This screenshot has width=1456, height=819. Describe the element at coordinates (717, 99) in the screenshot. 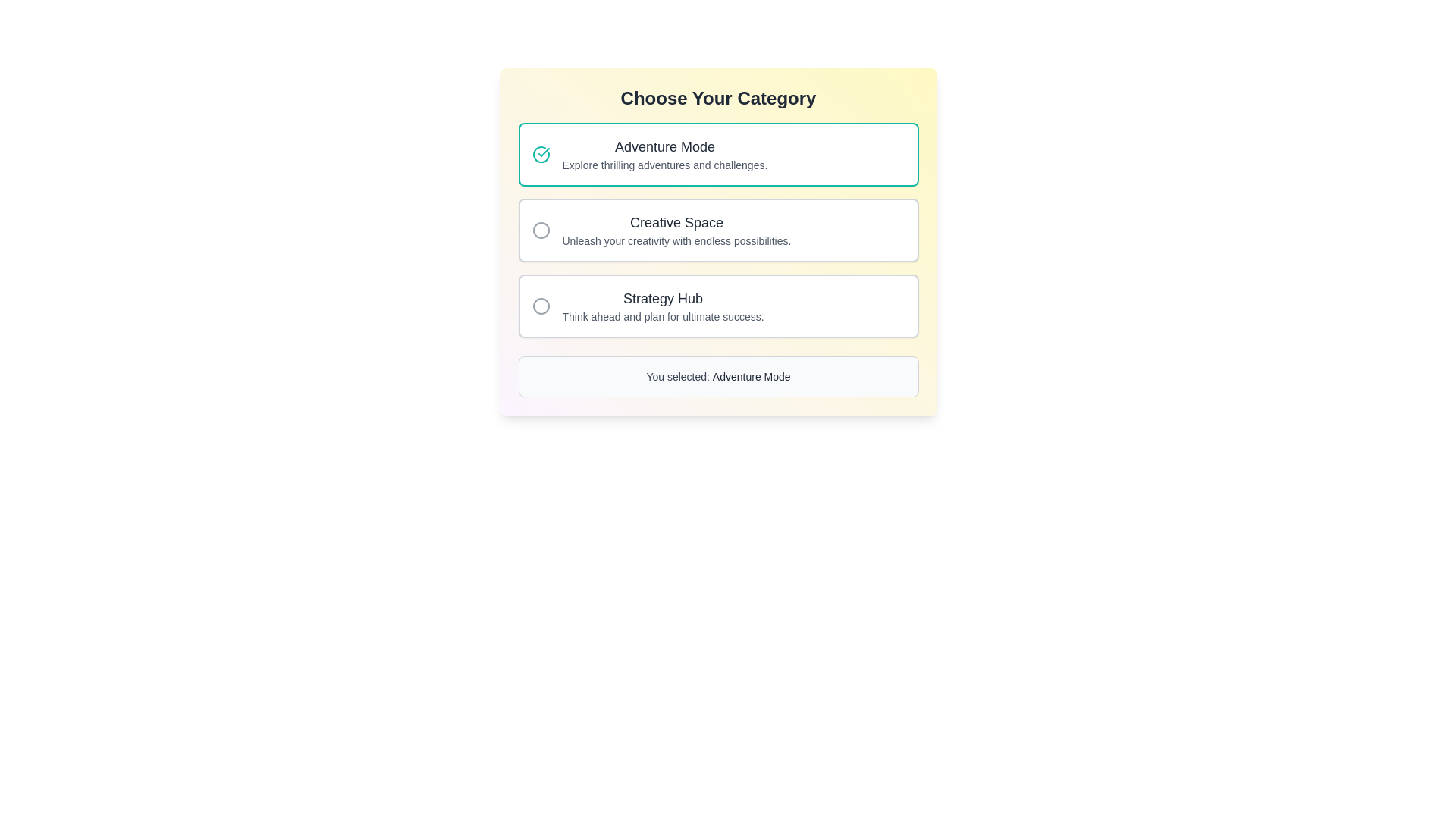

I see `text from the centered heading label that says 'Choose Your Category', which is located at the top of the card interface` at that location.